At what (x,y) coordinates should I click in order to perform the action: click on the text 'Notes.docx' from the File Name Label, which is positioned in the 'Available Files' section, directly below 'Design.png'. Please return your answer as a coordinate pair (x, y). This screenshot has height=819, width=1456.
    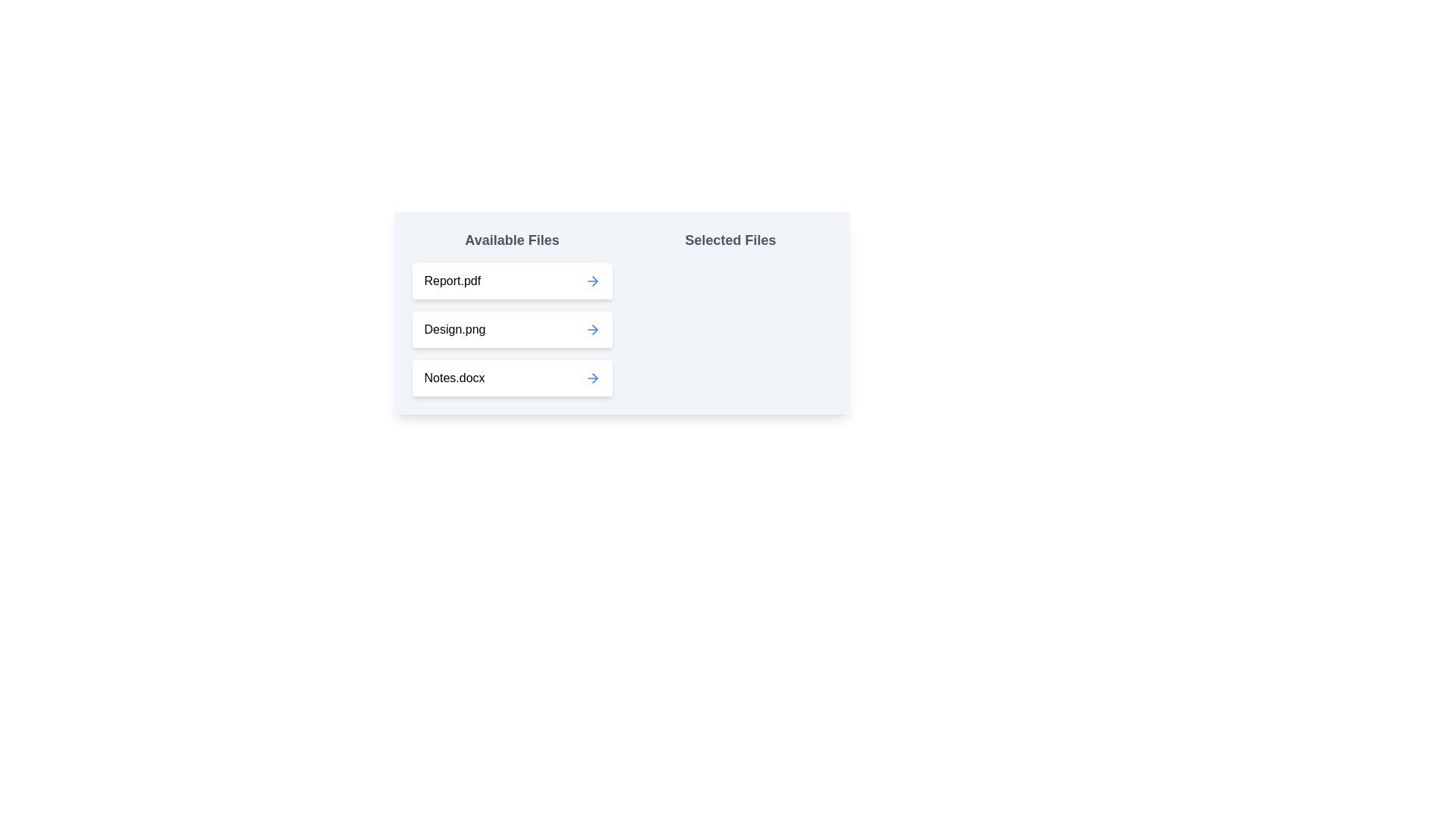
    Looking at the image, I should click on (453, 377).